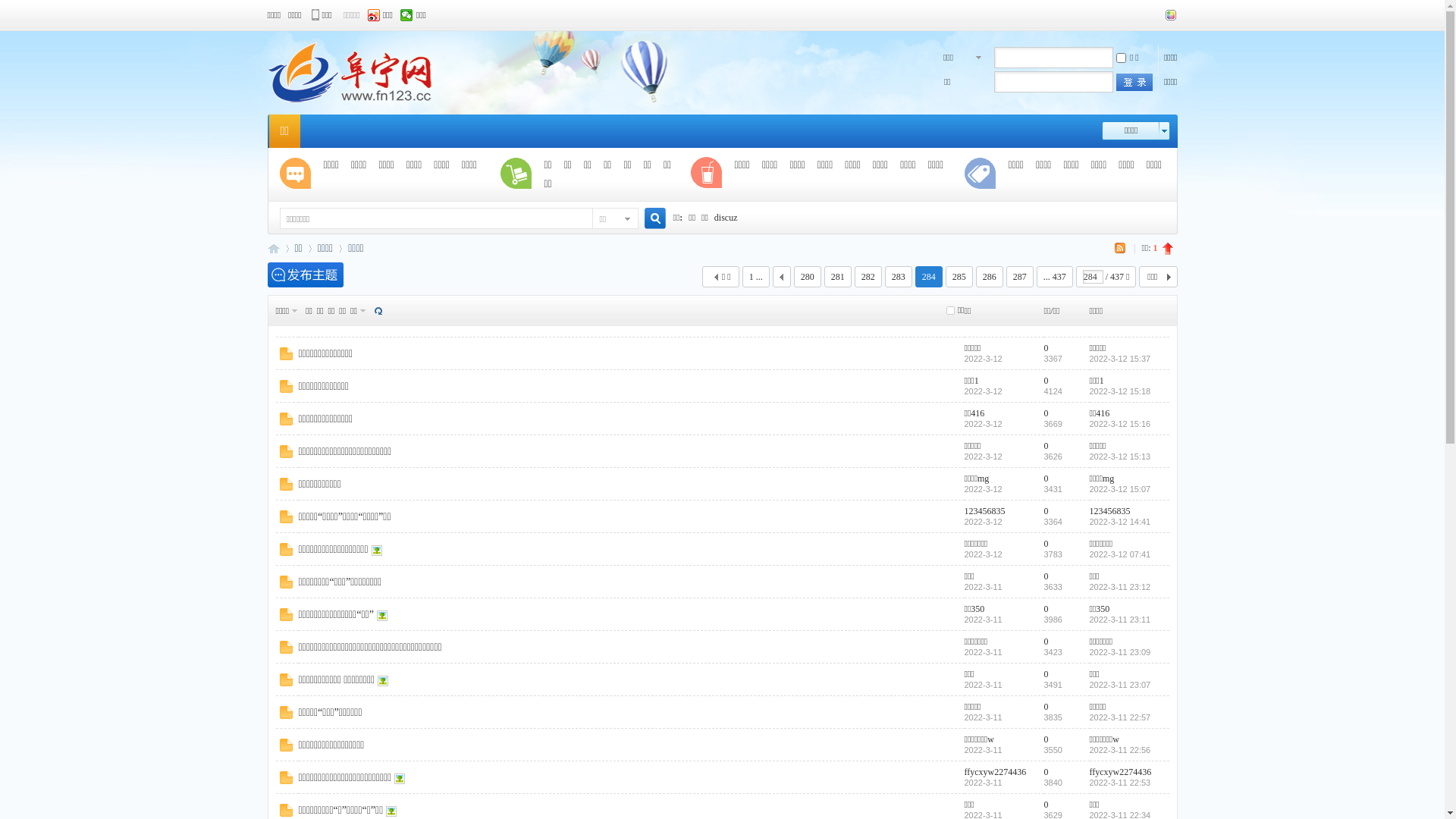  What do you see at coordinates (1087, 586) in the screenshot?
I see `'2022-3-11 23:12'` at bounding box center [1087, 586].